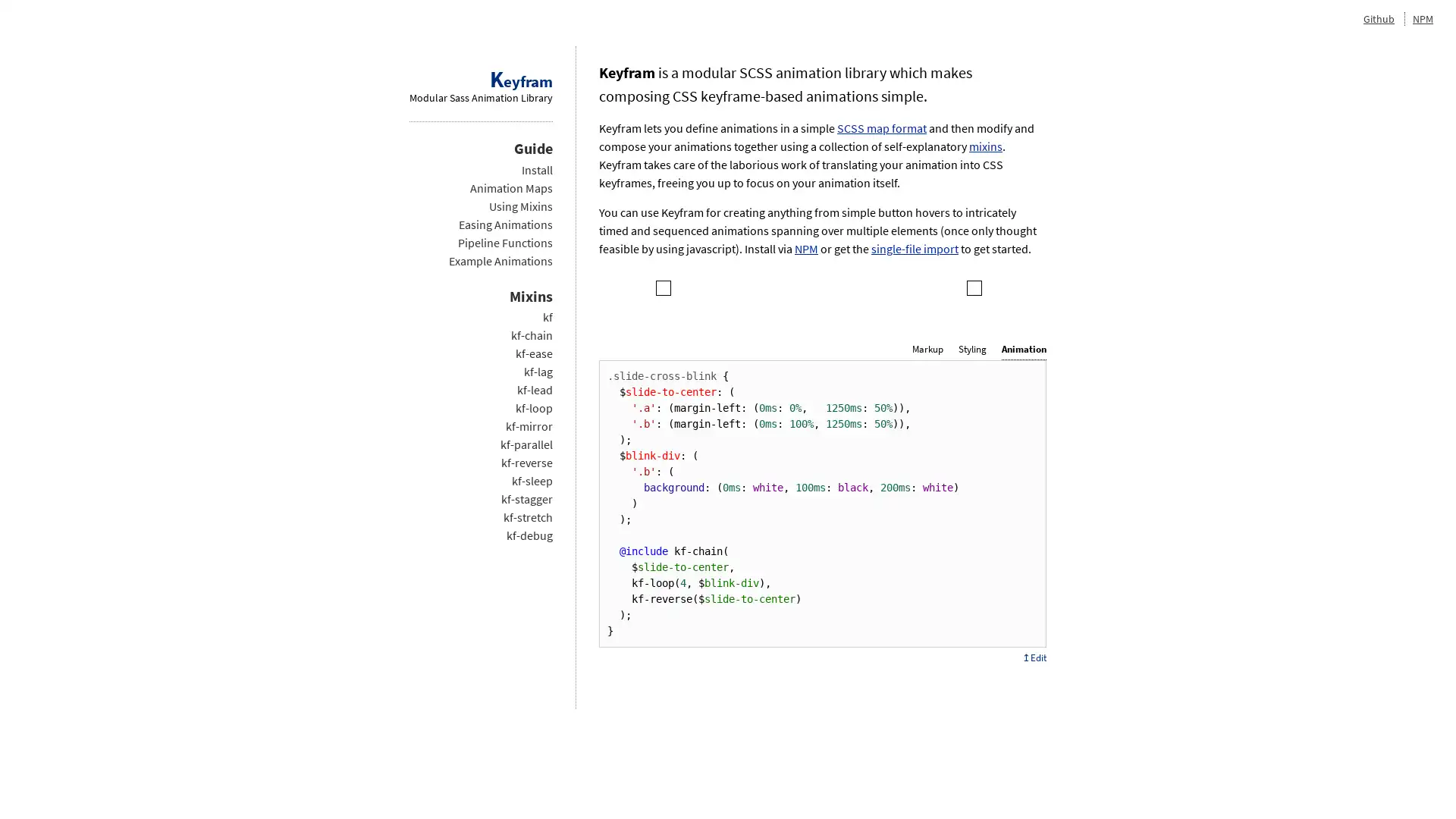 This screenshot has height=819, width=1456. Describe the element at coordinates (927, 349) in the screenshot. I see `Markup` at that location.